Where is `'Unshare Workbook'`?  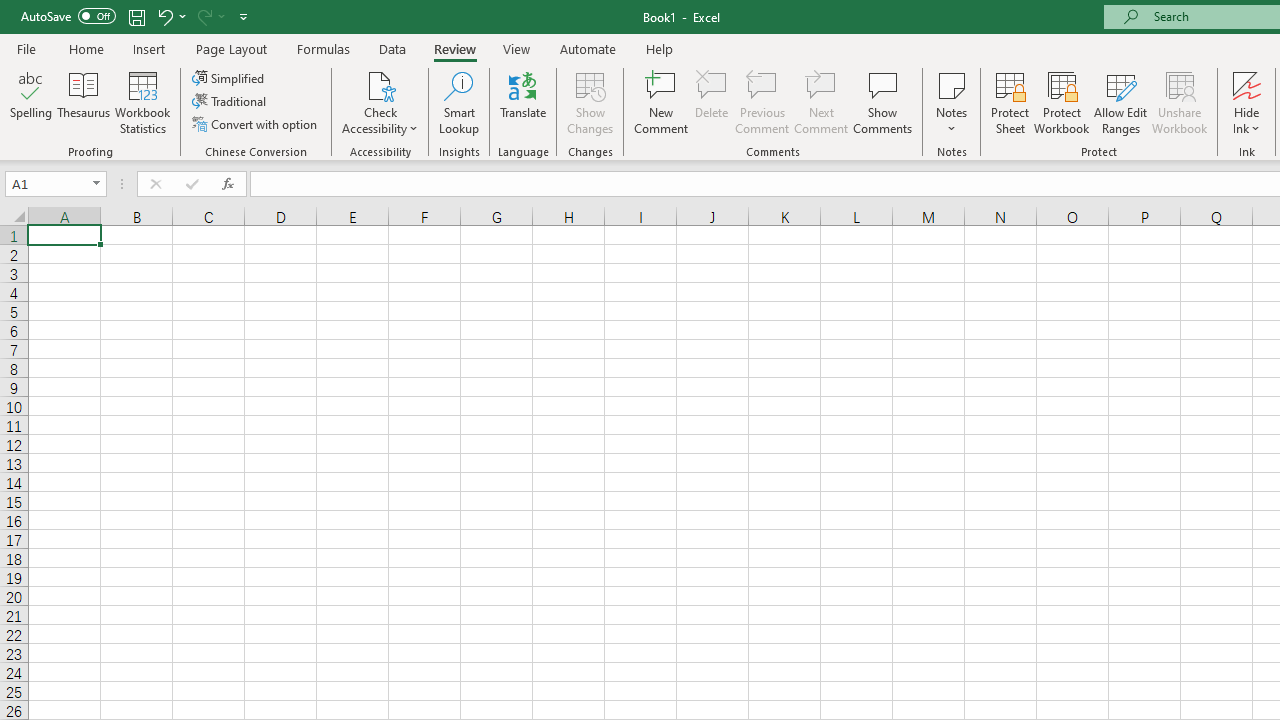
'Unshare Workbook' is located at coordinates (1179, 103).